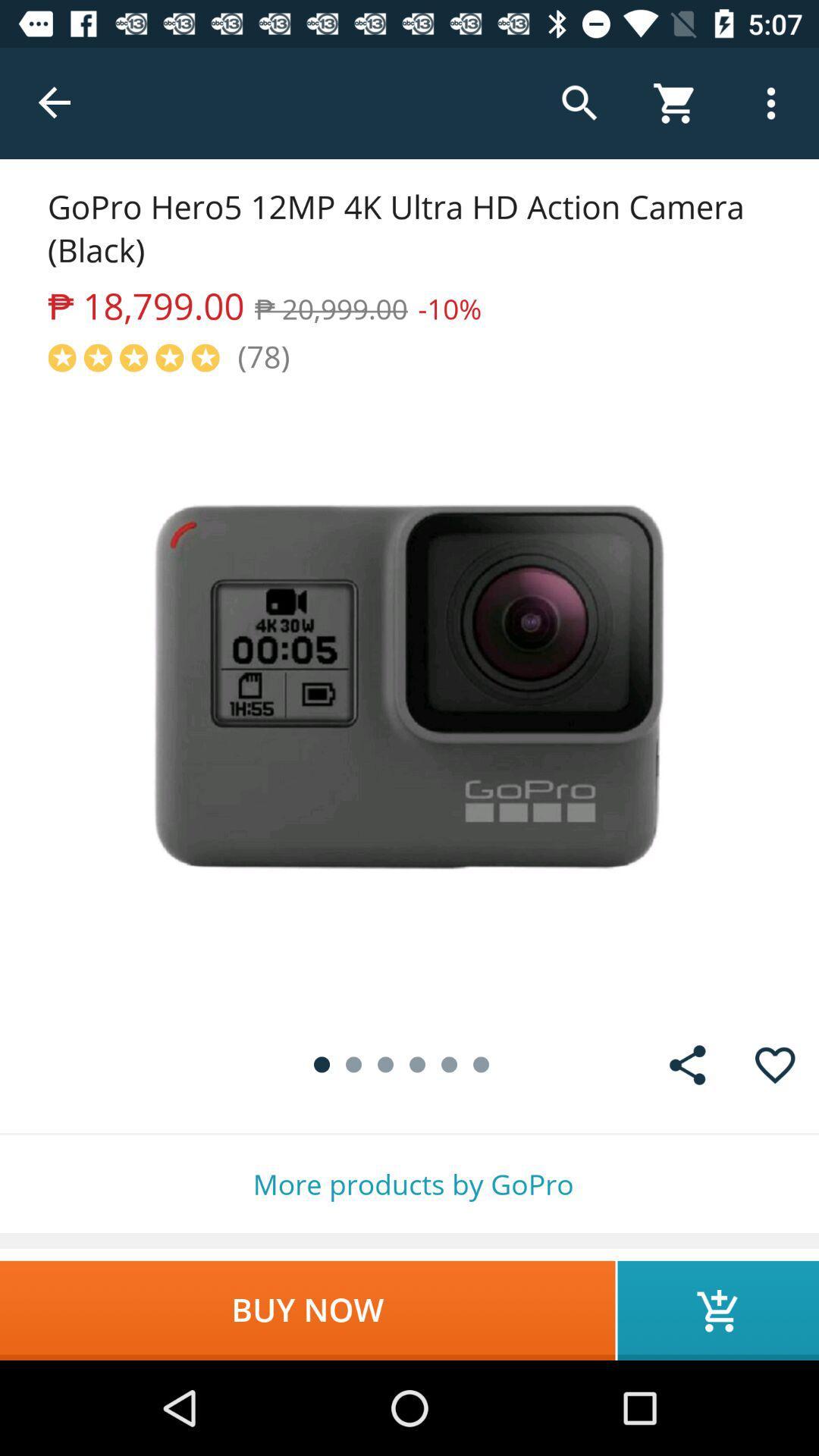 The width and height of the screenshot is (819, 1456). I want to click on the item above gopro hero5 12mp item, so click(55, 102).